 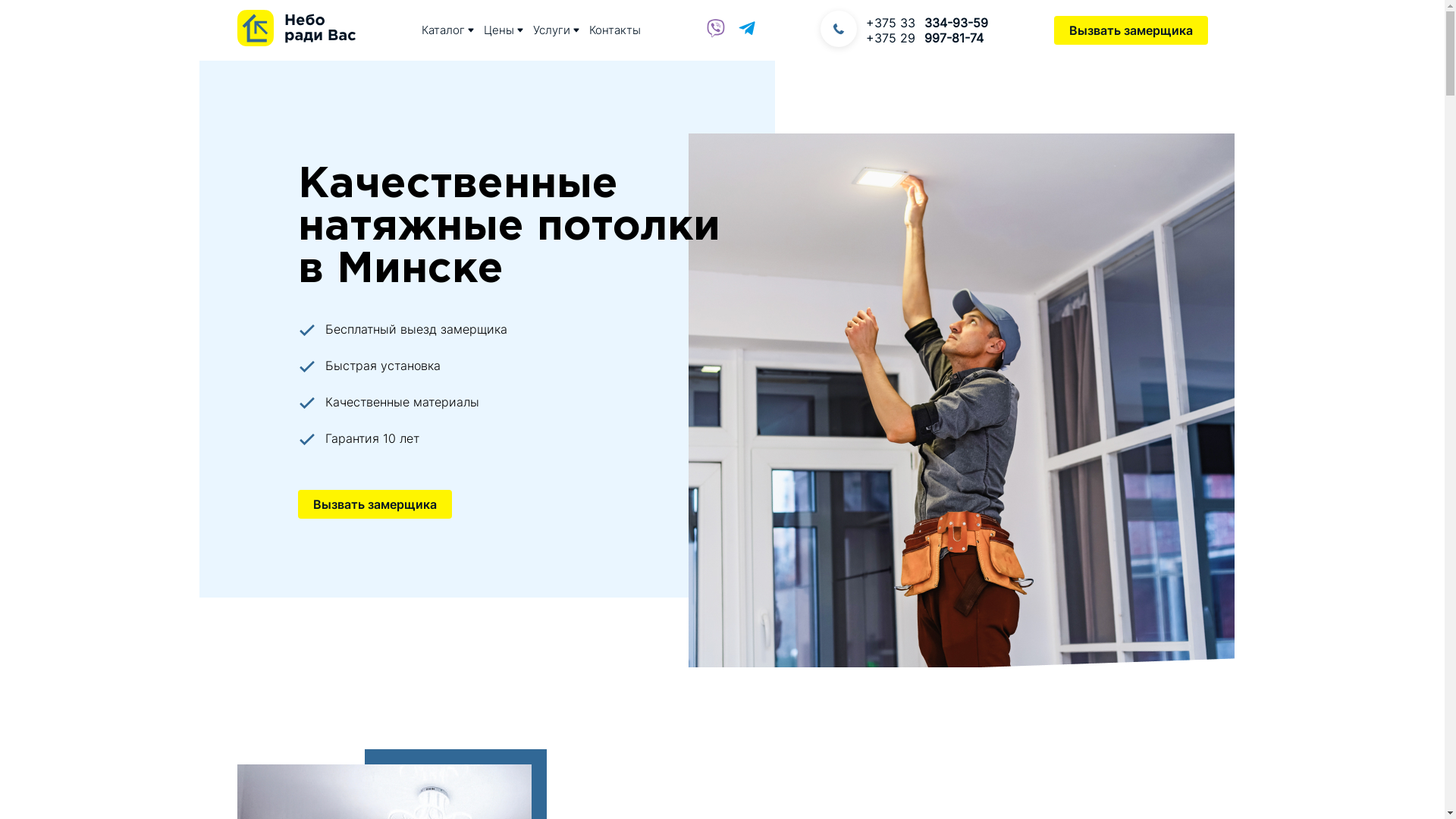 I want to click on '+375 29, so click(x=926, y=37).